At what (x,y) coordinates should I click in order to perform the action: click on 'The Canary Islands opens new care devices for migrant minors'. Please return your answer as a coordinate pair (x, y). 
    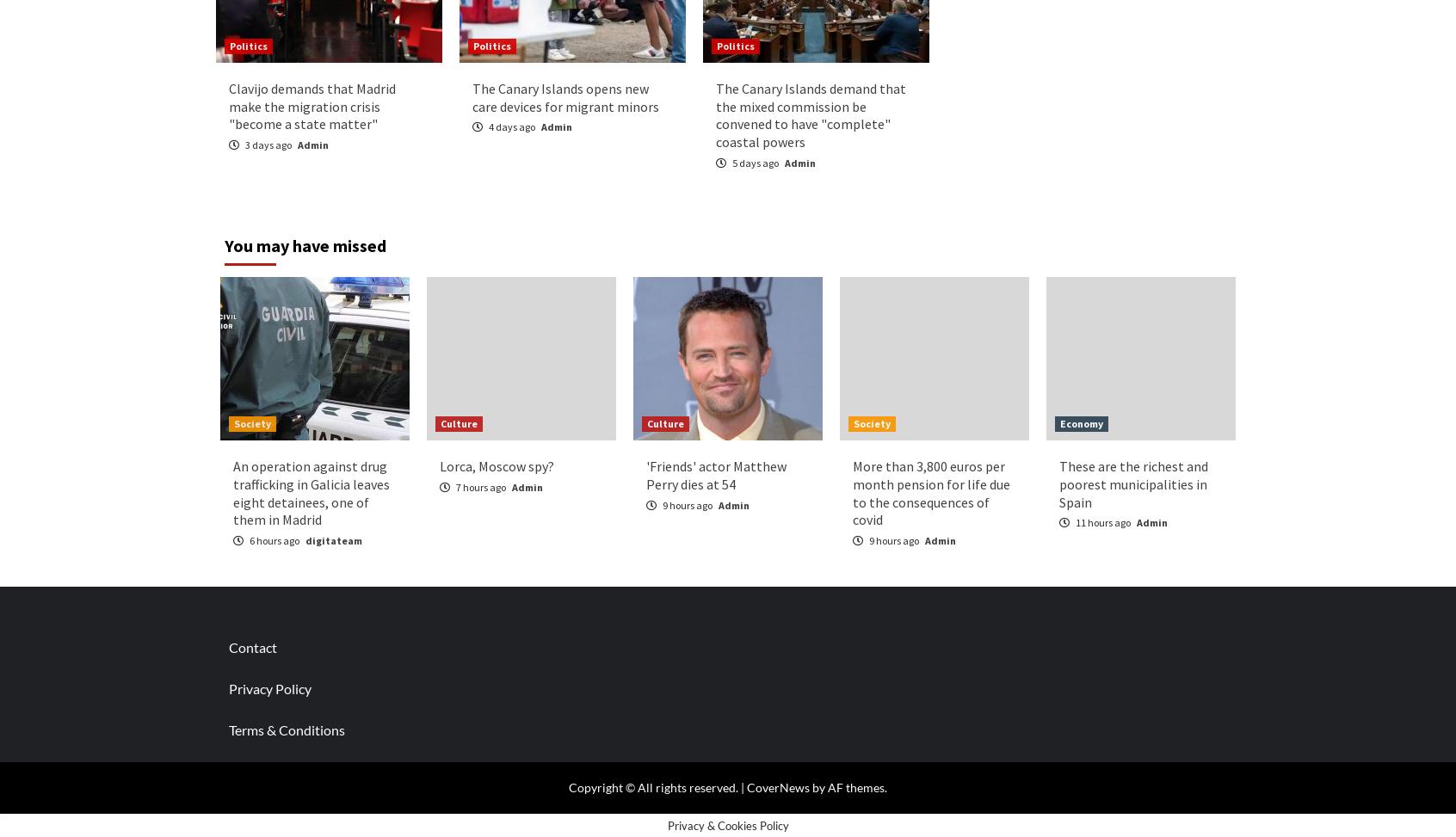
    Looking at the image, I should click on (565, 95).